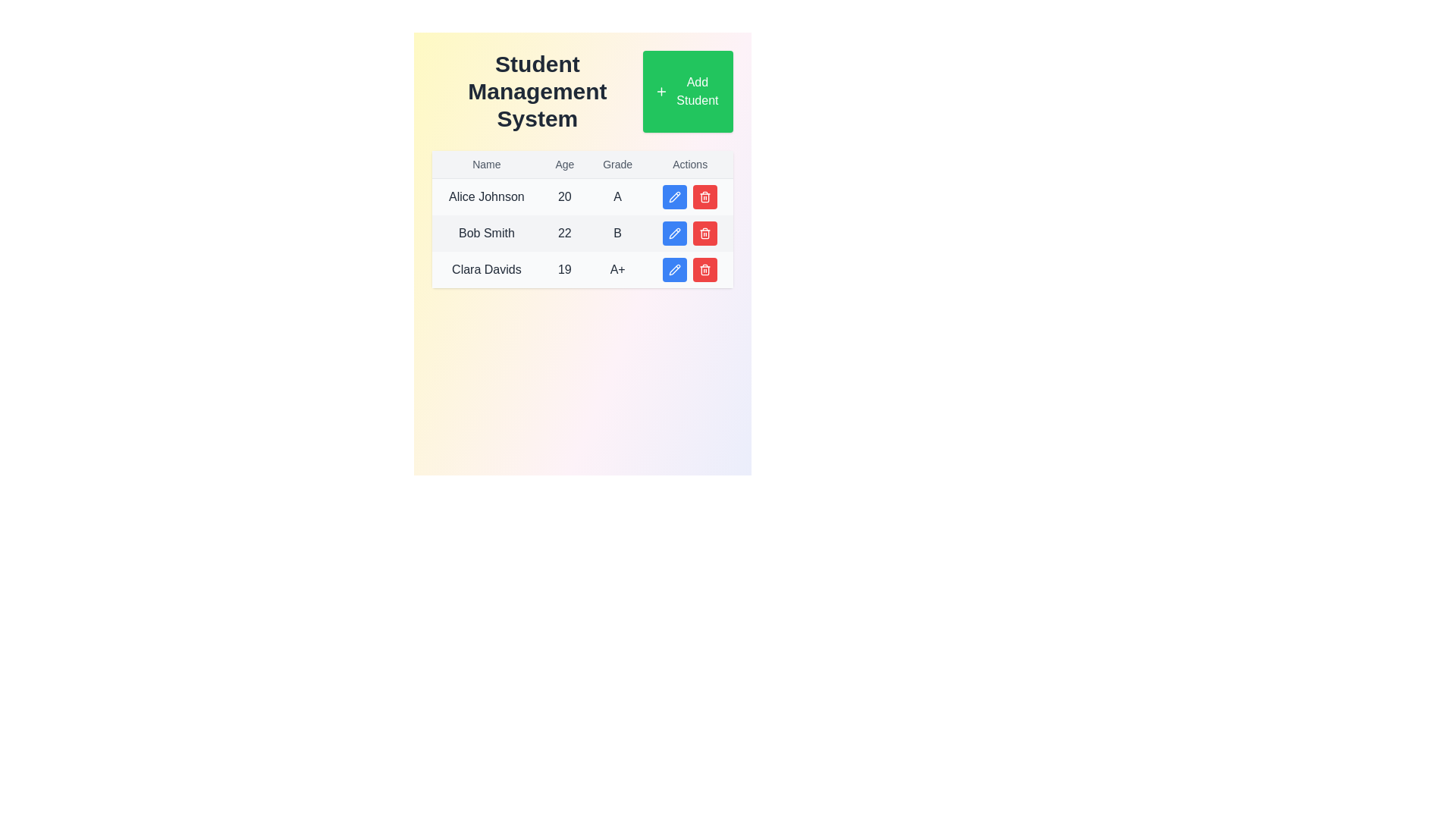 This screenshot has height=819, width=1456. What do you see at coordinates (674, 196) in the screenshot?
I see `the 'Edit' icon located in the Actions column of the table for the row labeled 'Alice Johnson' to initiate editing` at bounding box center [674, 196].